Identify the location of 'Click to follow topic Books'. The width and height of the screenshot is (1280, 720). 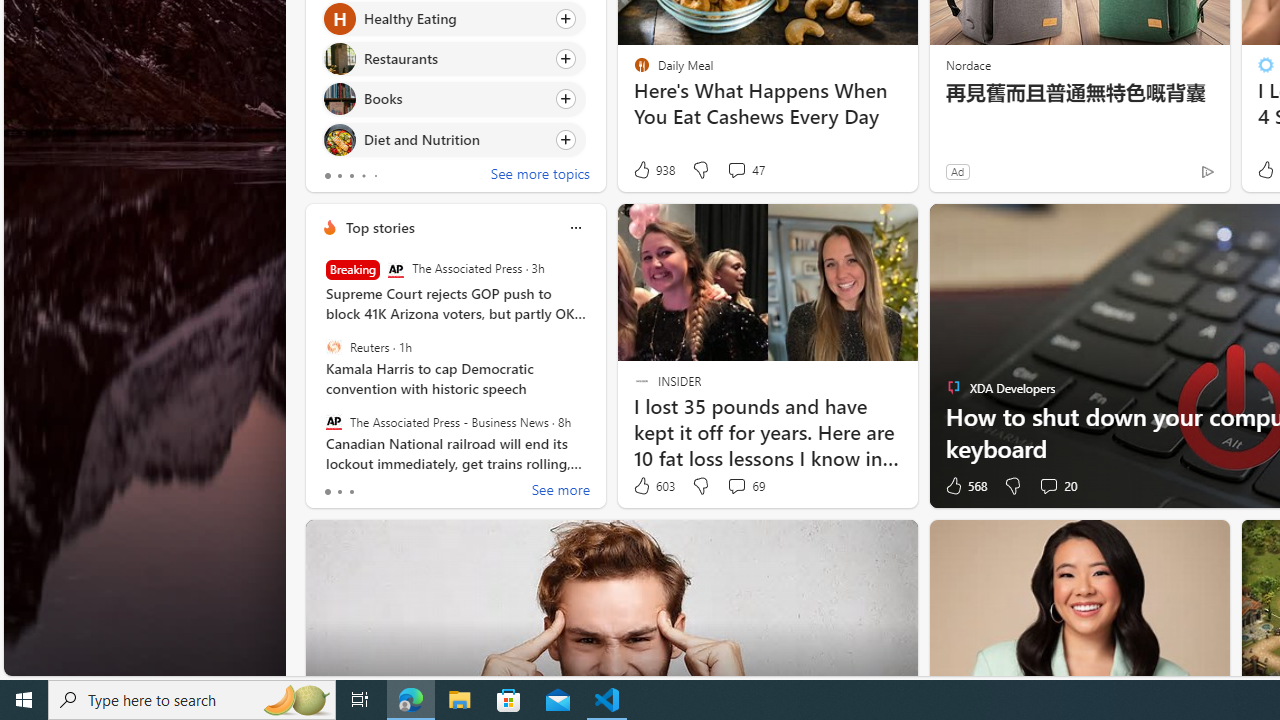
(452, 99).